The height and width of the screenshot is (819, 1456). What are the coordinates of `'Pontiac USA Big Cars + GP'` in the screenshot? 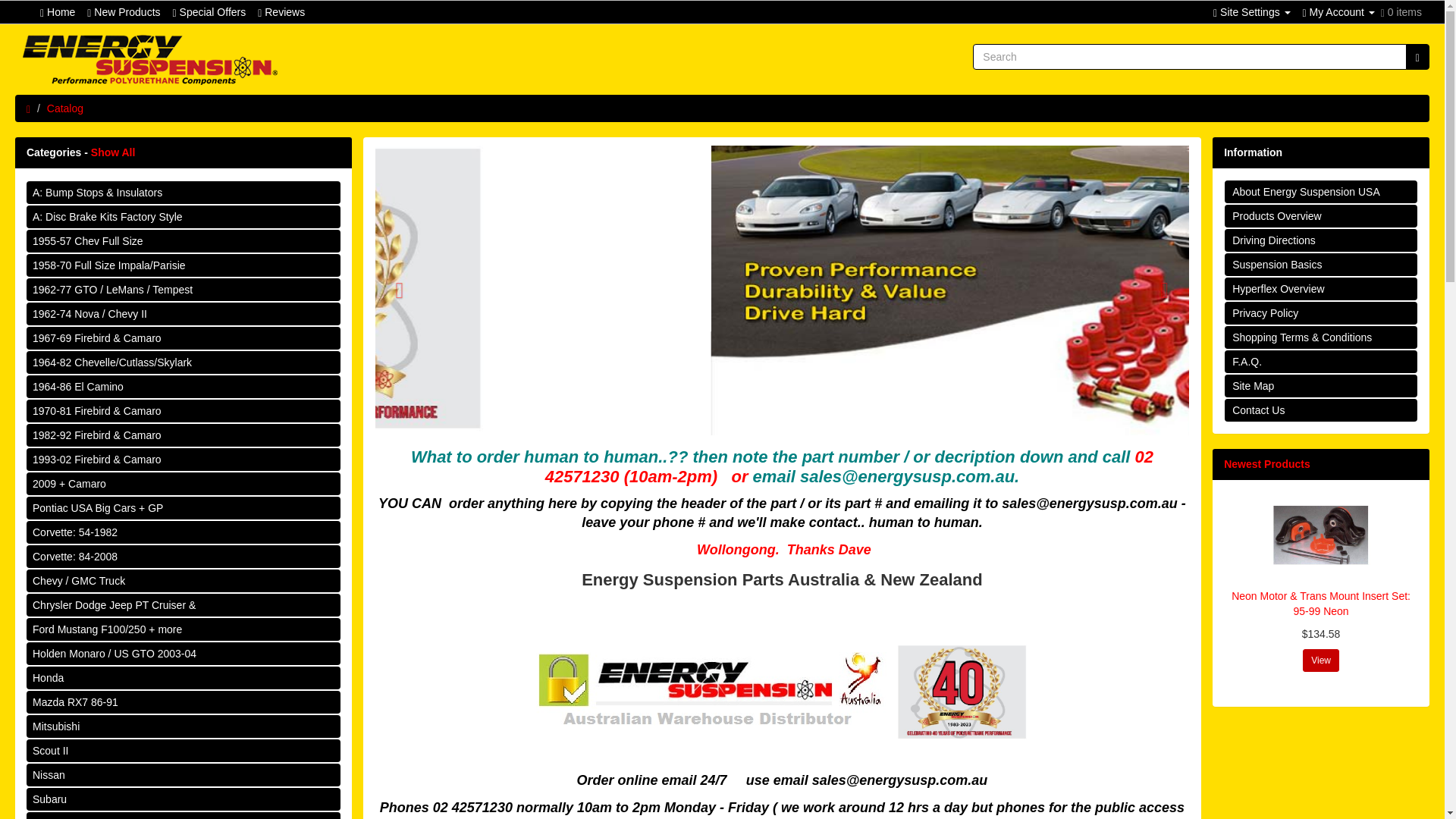 It's located at (182, 508).